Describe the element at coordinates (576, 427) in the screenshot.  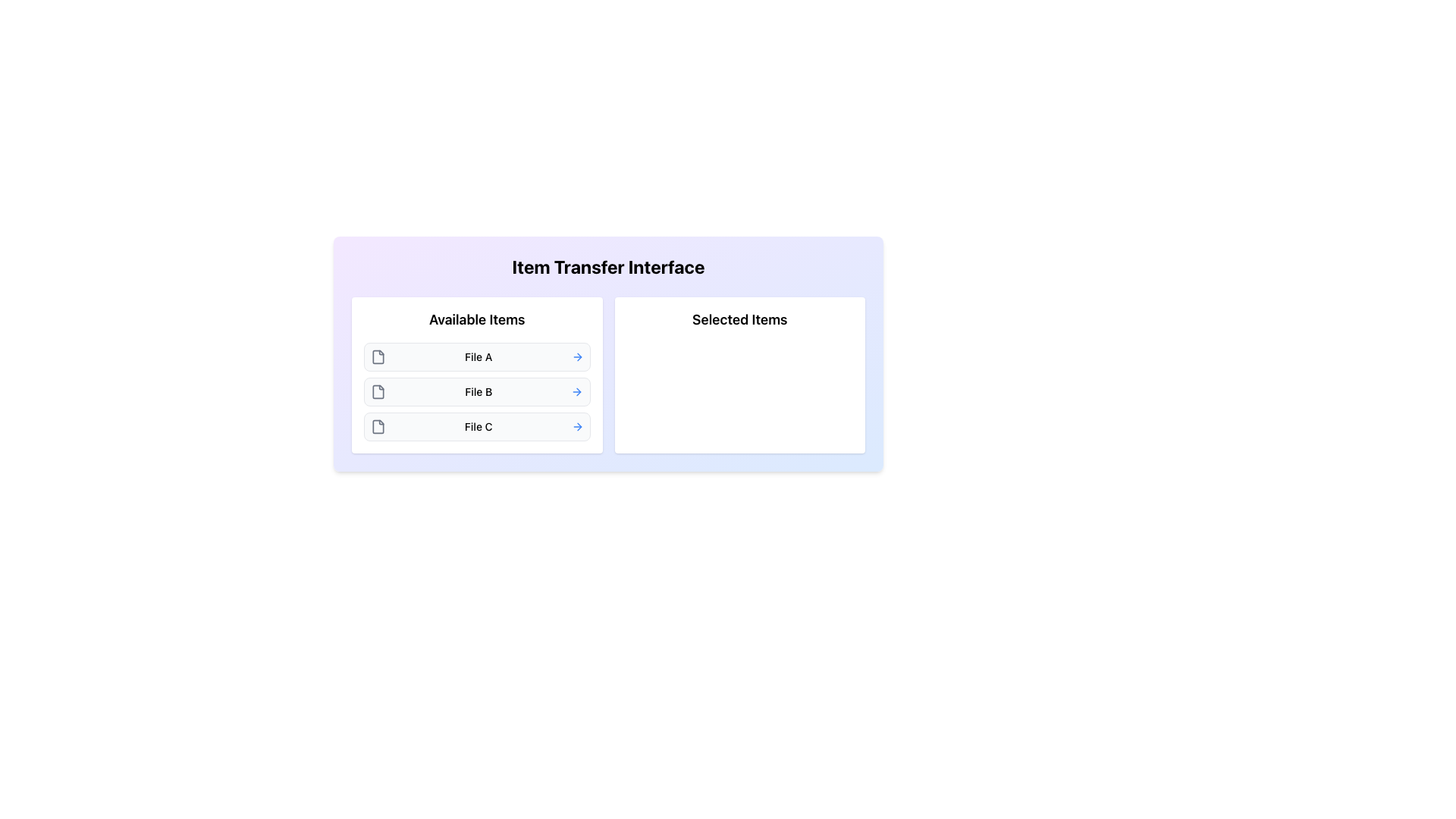
I see `the Interactive Icon (Forward Arrow) located on the far right inside the box labeled 'File C' in the 'Available Items' list to move 'File C' from 'Available' to 'Selected'` at that location.